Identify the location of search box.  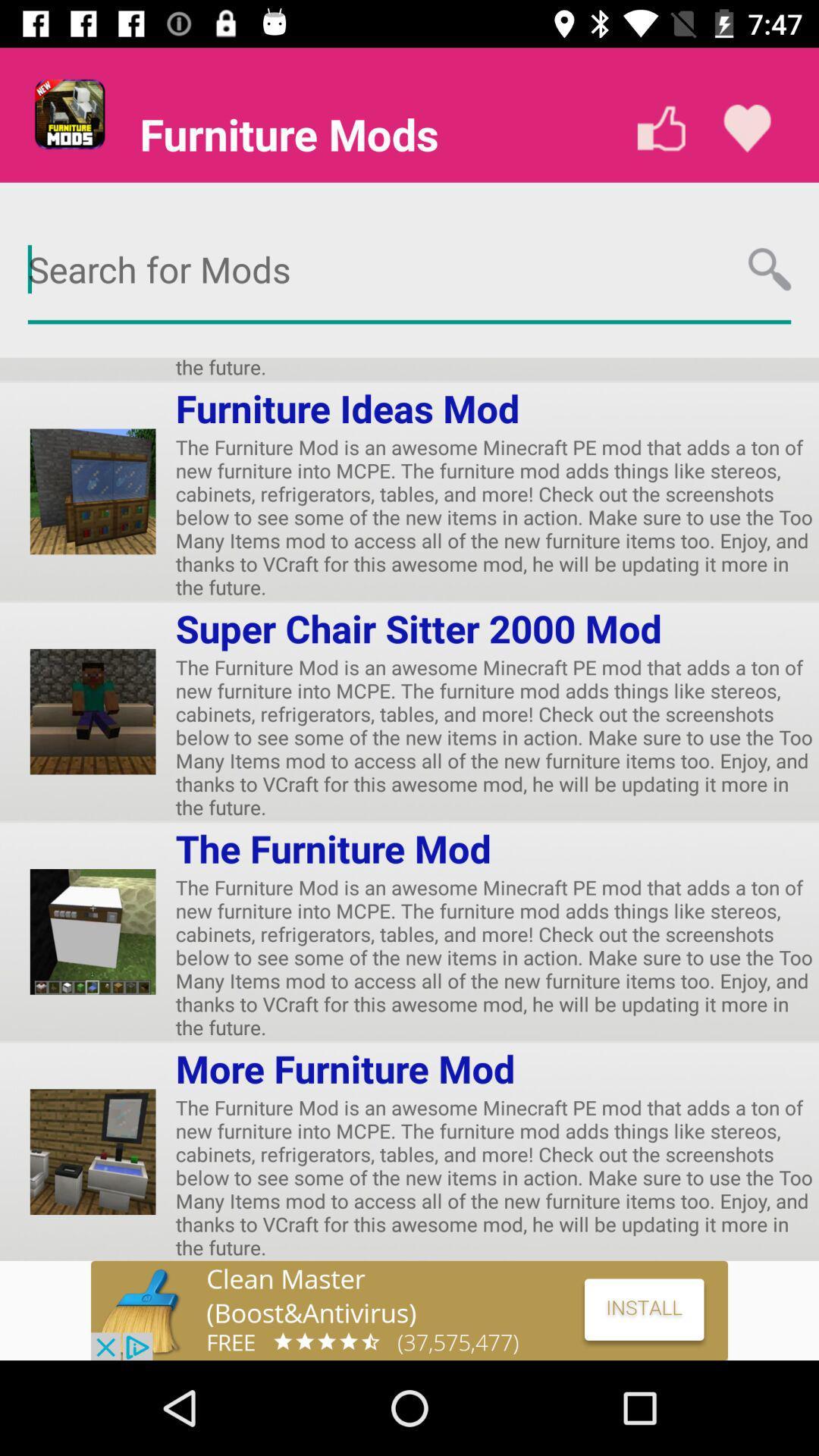
(409, 270).